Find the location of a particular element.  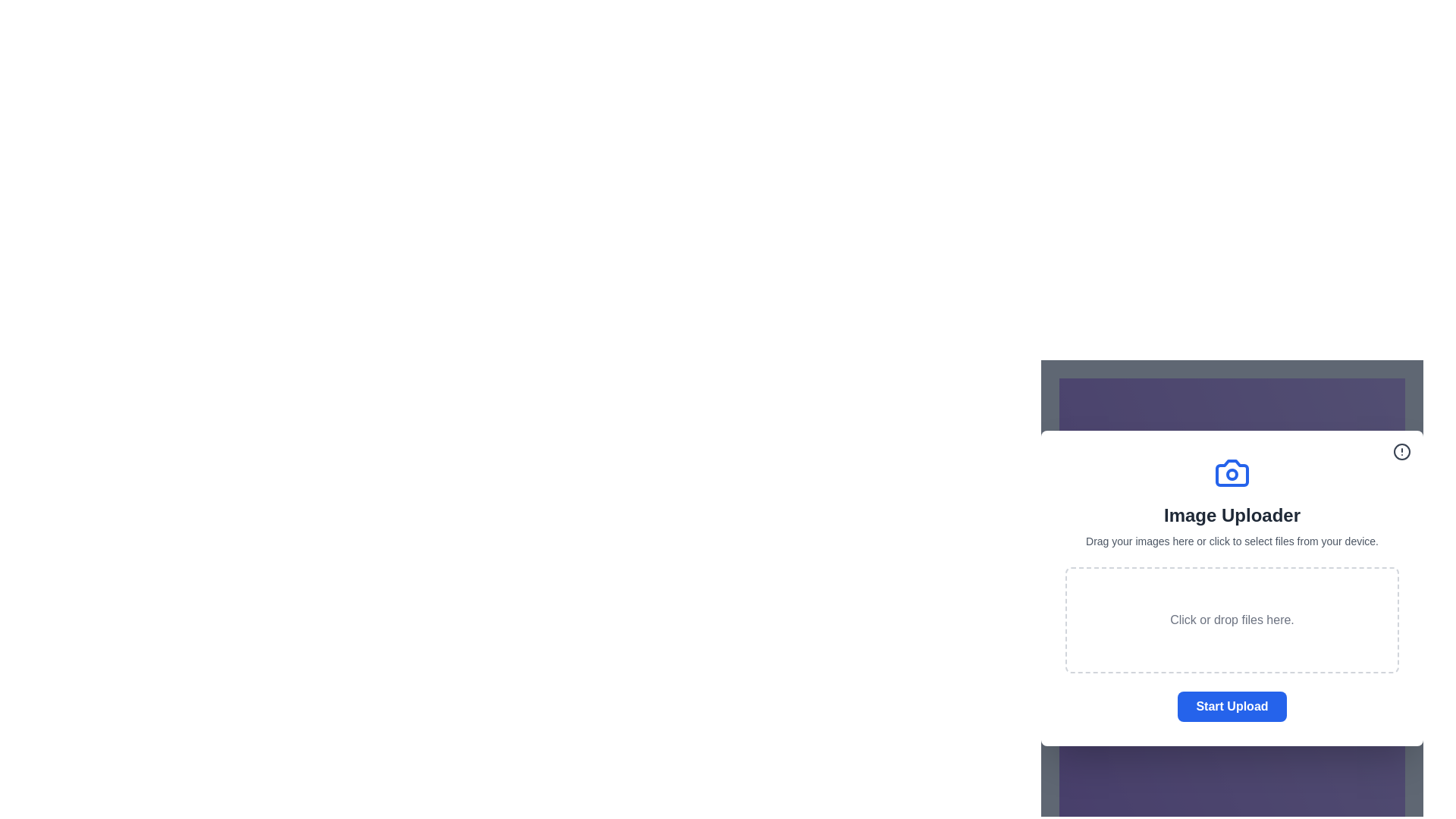

the action trigger button located at the bottom-center of the 'Image Uploader' modal to observe visual changes indicating interactivity is located at coordinates (1232, 707).